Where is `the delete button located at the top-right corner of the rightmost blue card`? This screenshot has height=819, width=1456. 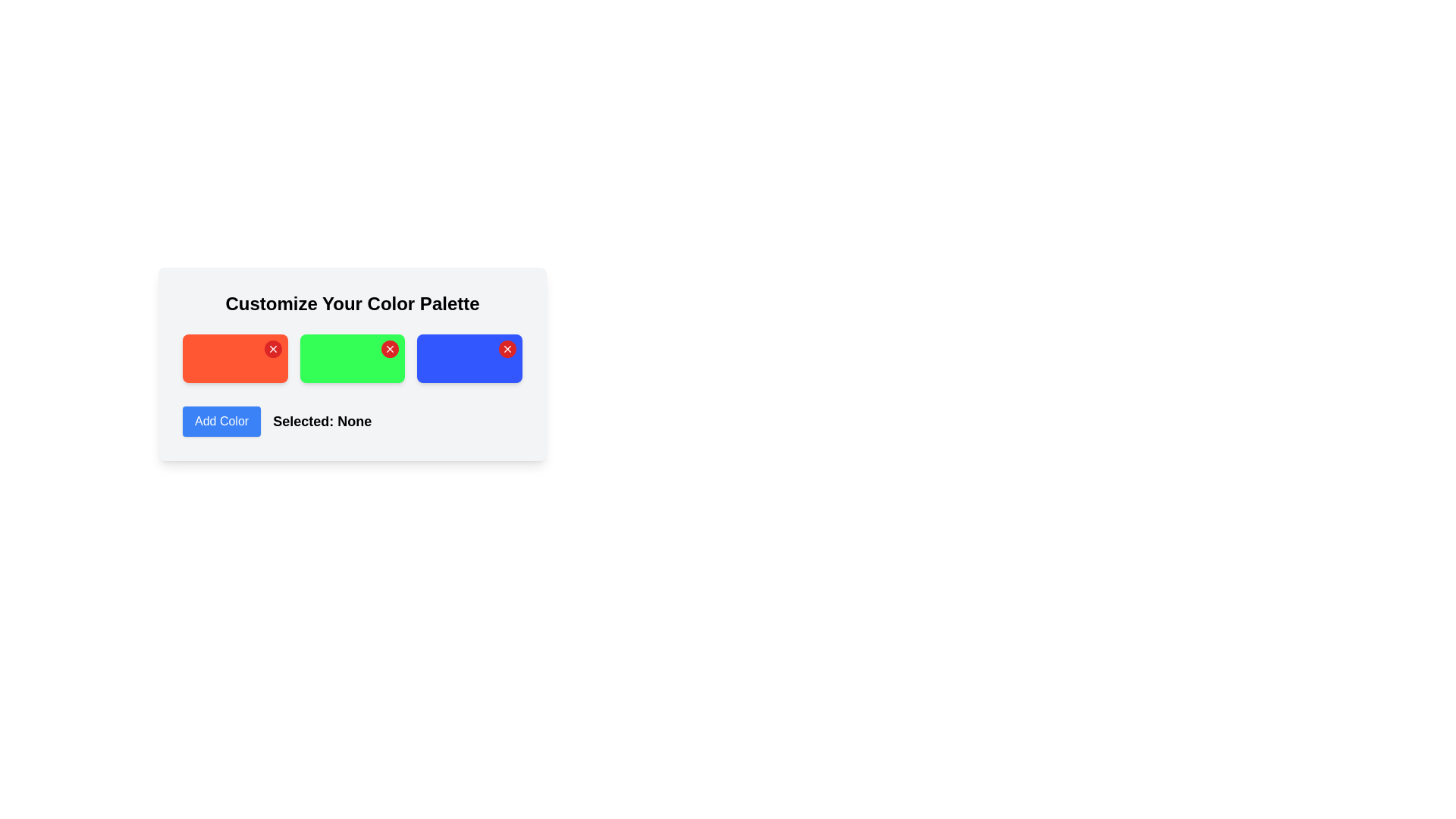
the delete button located at the top-right corner of the rightmost blue card is located at coordinates (507, 349).